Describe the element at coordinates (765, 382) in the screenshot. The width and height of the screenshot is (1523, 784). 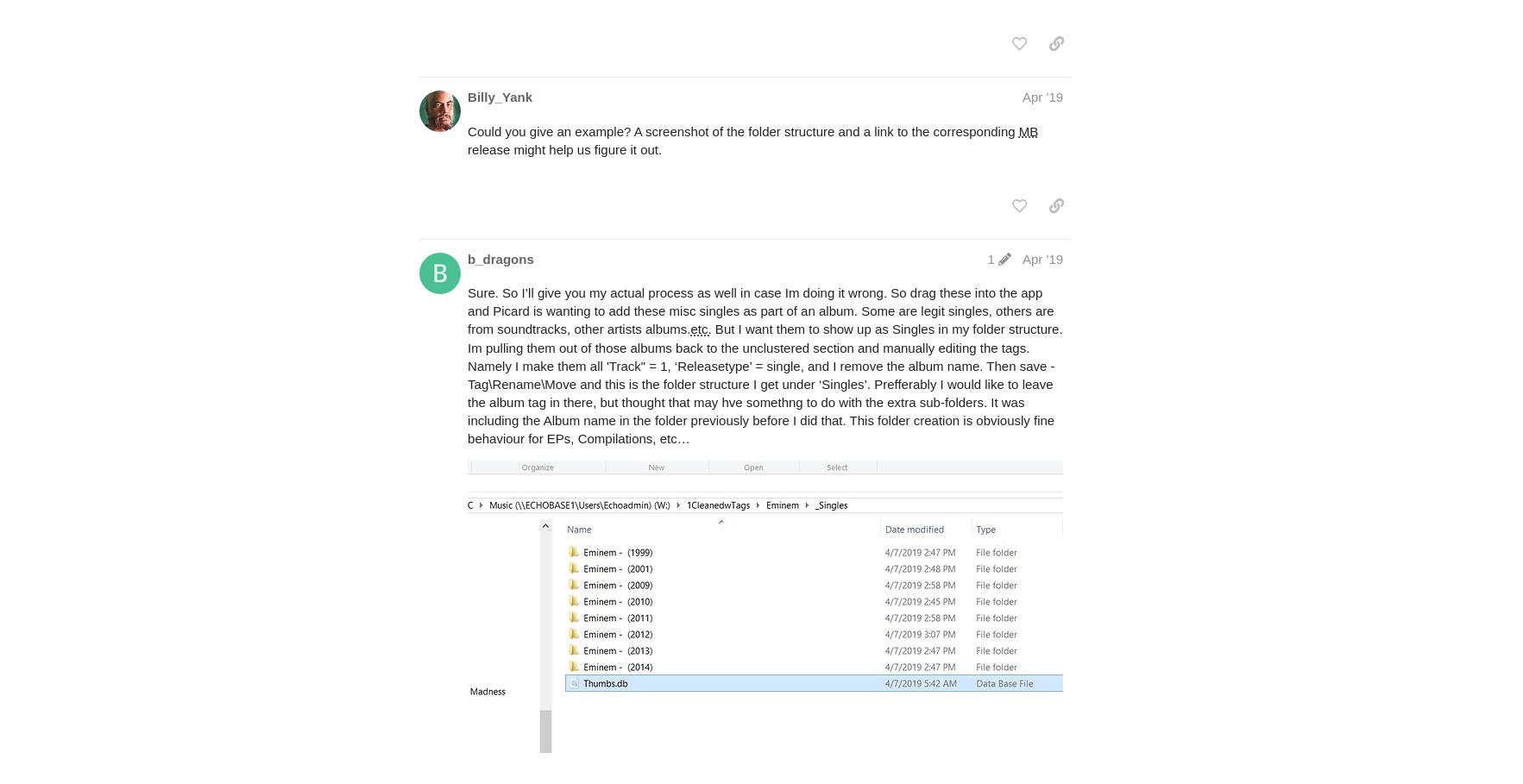
I see `'But I want them to show up as Singles in my folder structure. Im pulling them out of those albums back to the unclustered section and manually editing the tags.  Namely I make them all 'Track" = 1, ‘Releasetype’ = single, and I remove the album name.   Then save - Tag\Rename\Move and this is the folder structure I get under ‘Singles’.  Prefferably I would like to leave the album tag in there, but thought that may hve somethng to do with the extra sub-folders.  It was including the Album name in the folder previously before I did that. This folder creation is obviously fine behaviour for EPs, Compilations, etc…'` at that location.